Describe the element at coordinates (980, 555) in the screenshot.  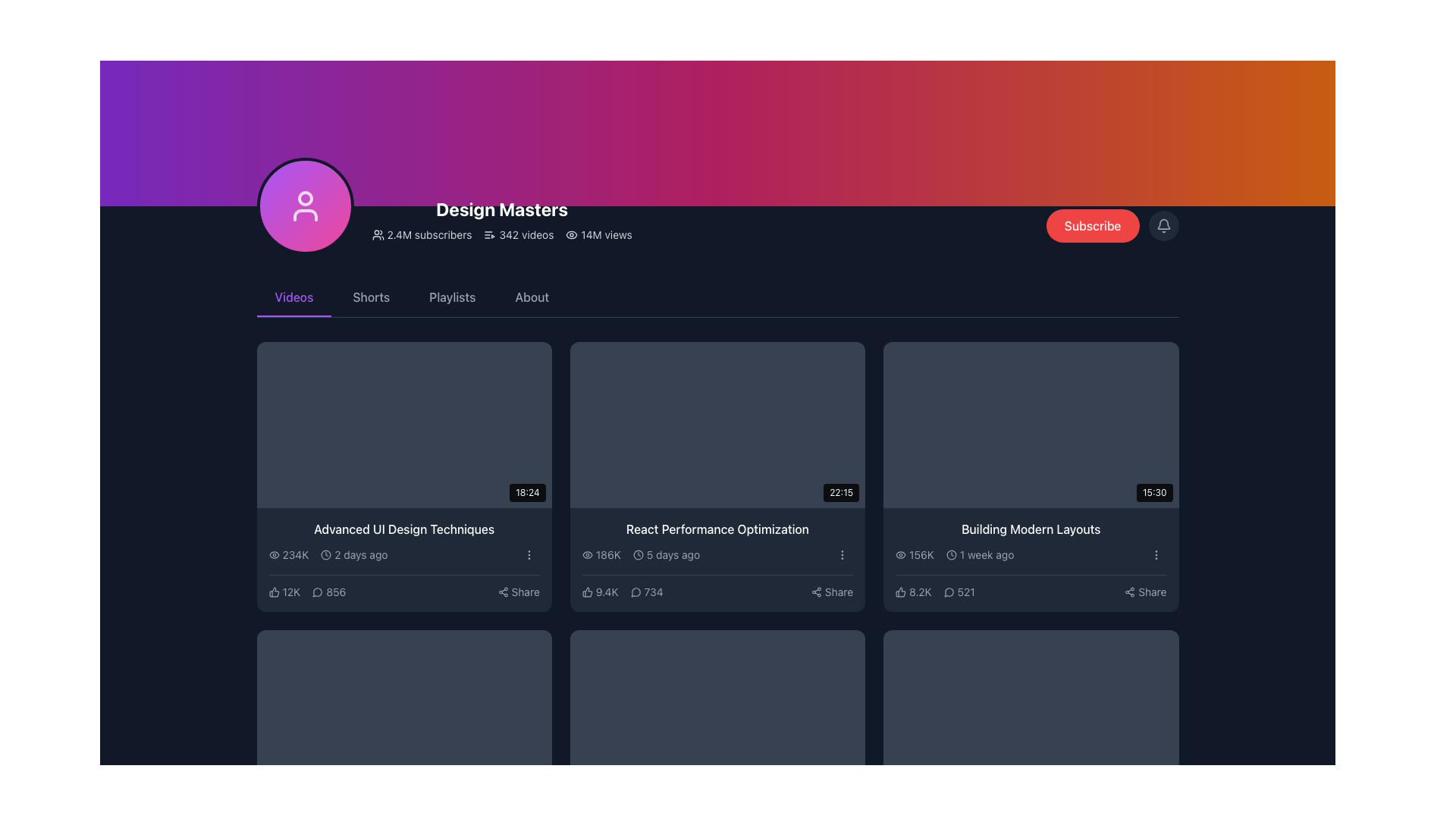
I see `timestamp description located directly below the title 'Building Modern Layouts' in the third column of the video grid` at that location.